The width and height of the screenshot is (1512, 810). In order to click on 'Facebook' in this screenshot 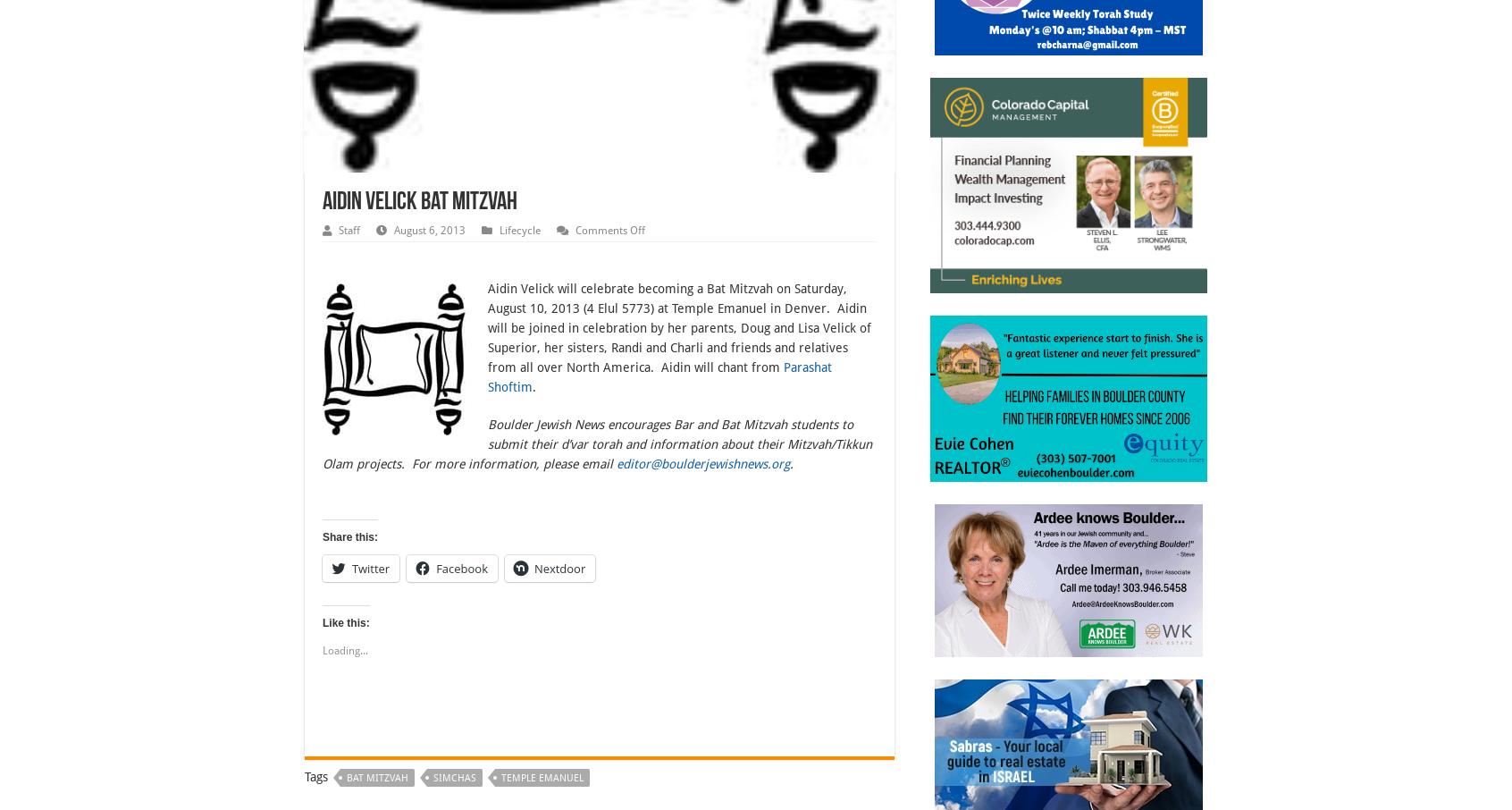, I will do `click(462, 567)`.